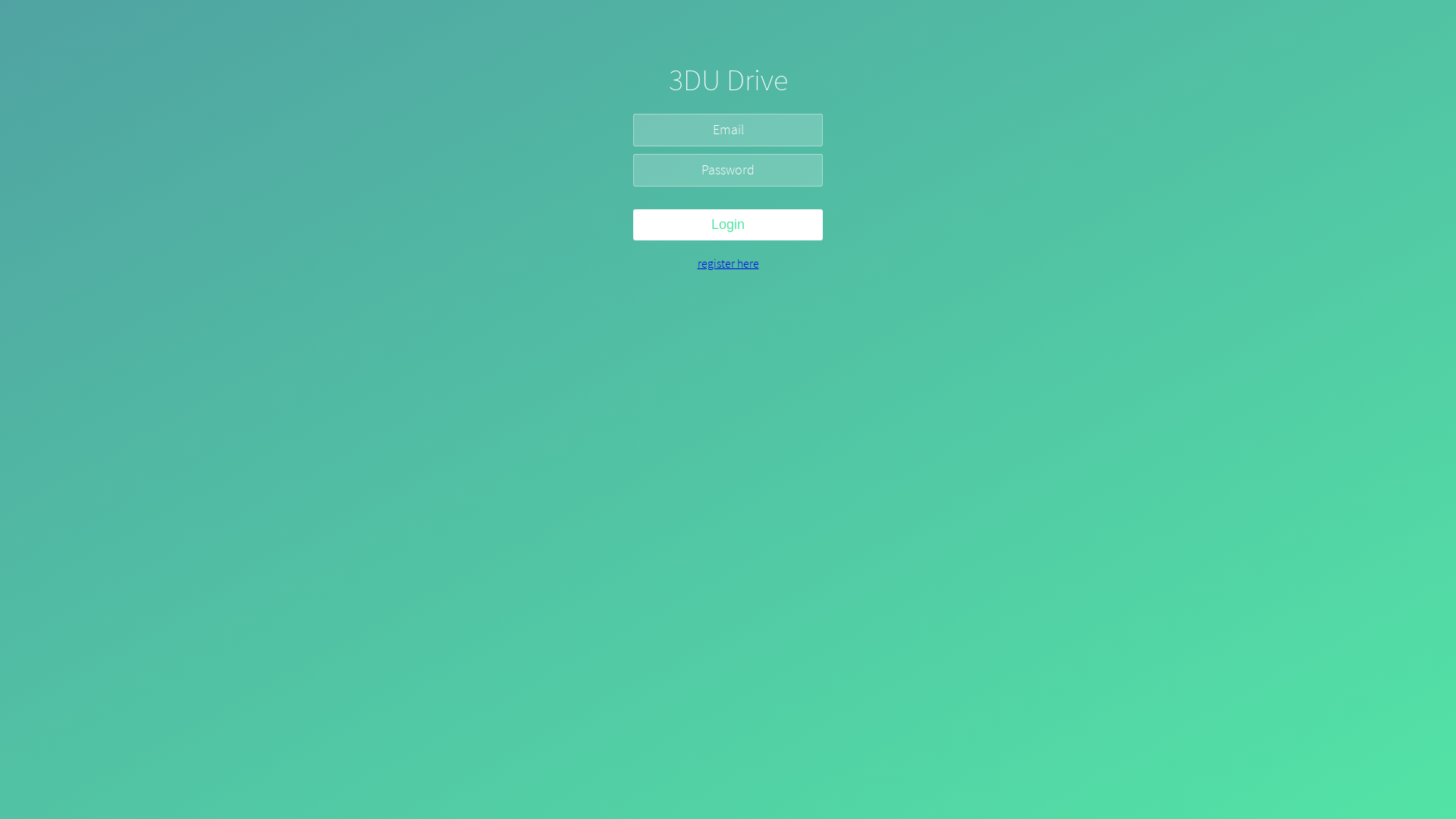 This screenshot has width=1456, height=819. I want to click on 'register here', so click(728, 262).